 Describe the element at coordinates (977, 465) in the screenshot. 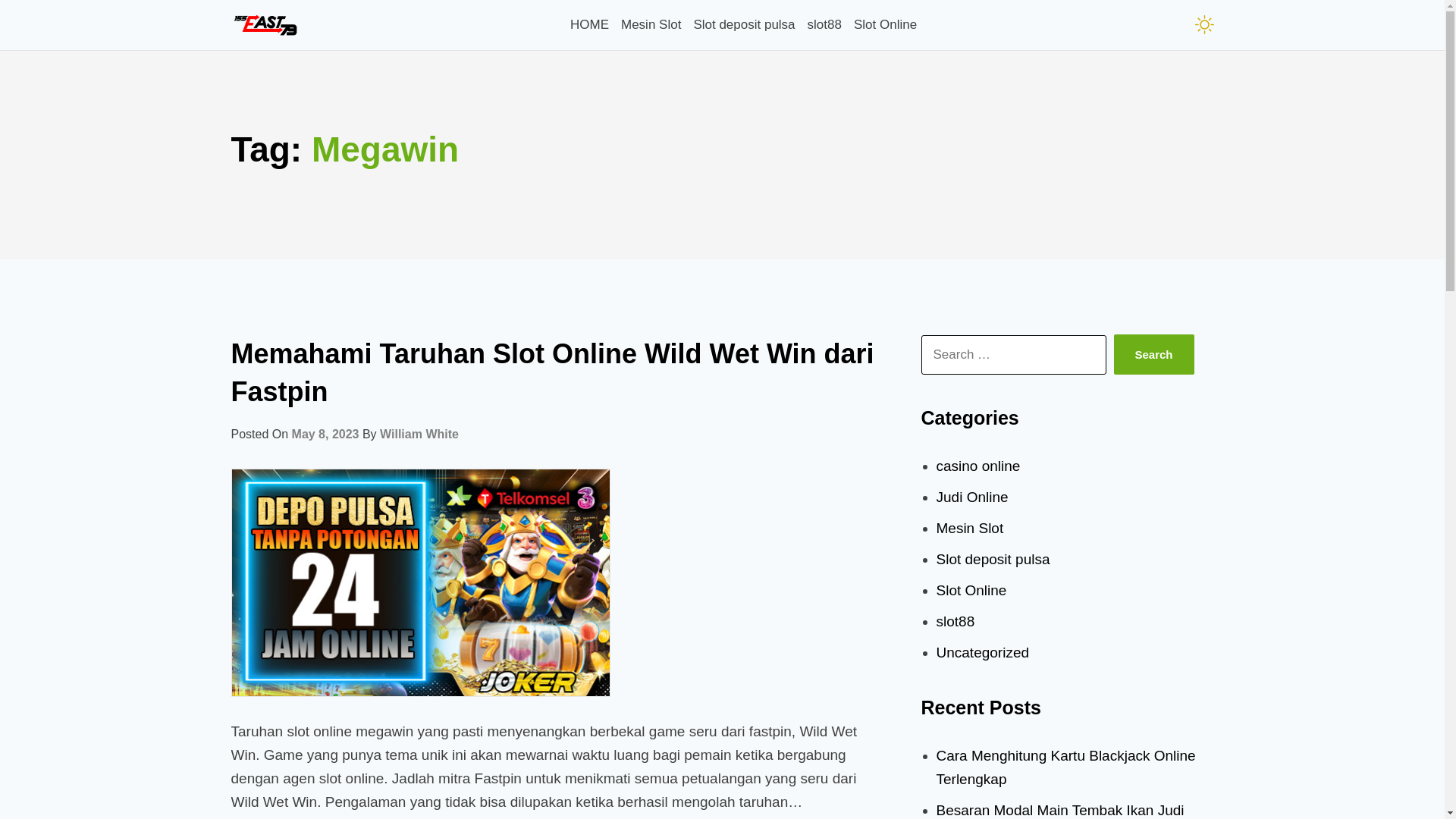

I see `'casino online'` at that location.